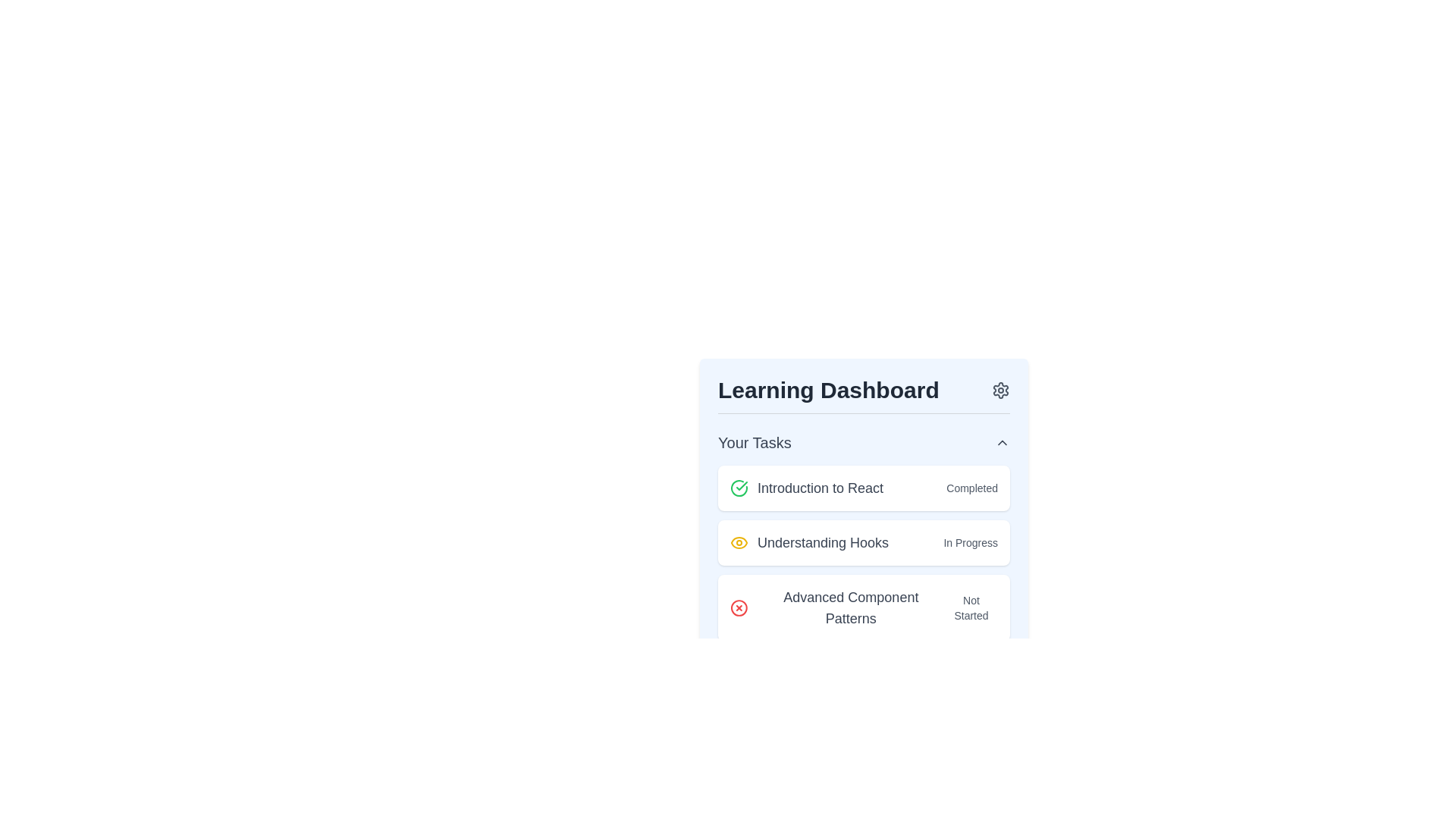 The width and height of the screenshot is (1456, 819). What do you see at coordinates (971, 607) in the screenshot?
I see `the status indicator text label located at the far-right end of the 'Advanced Component Patterns' task card, which displays the current progress state of the associated task` at bounding box center [971, 607].